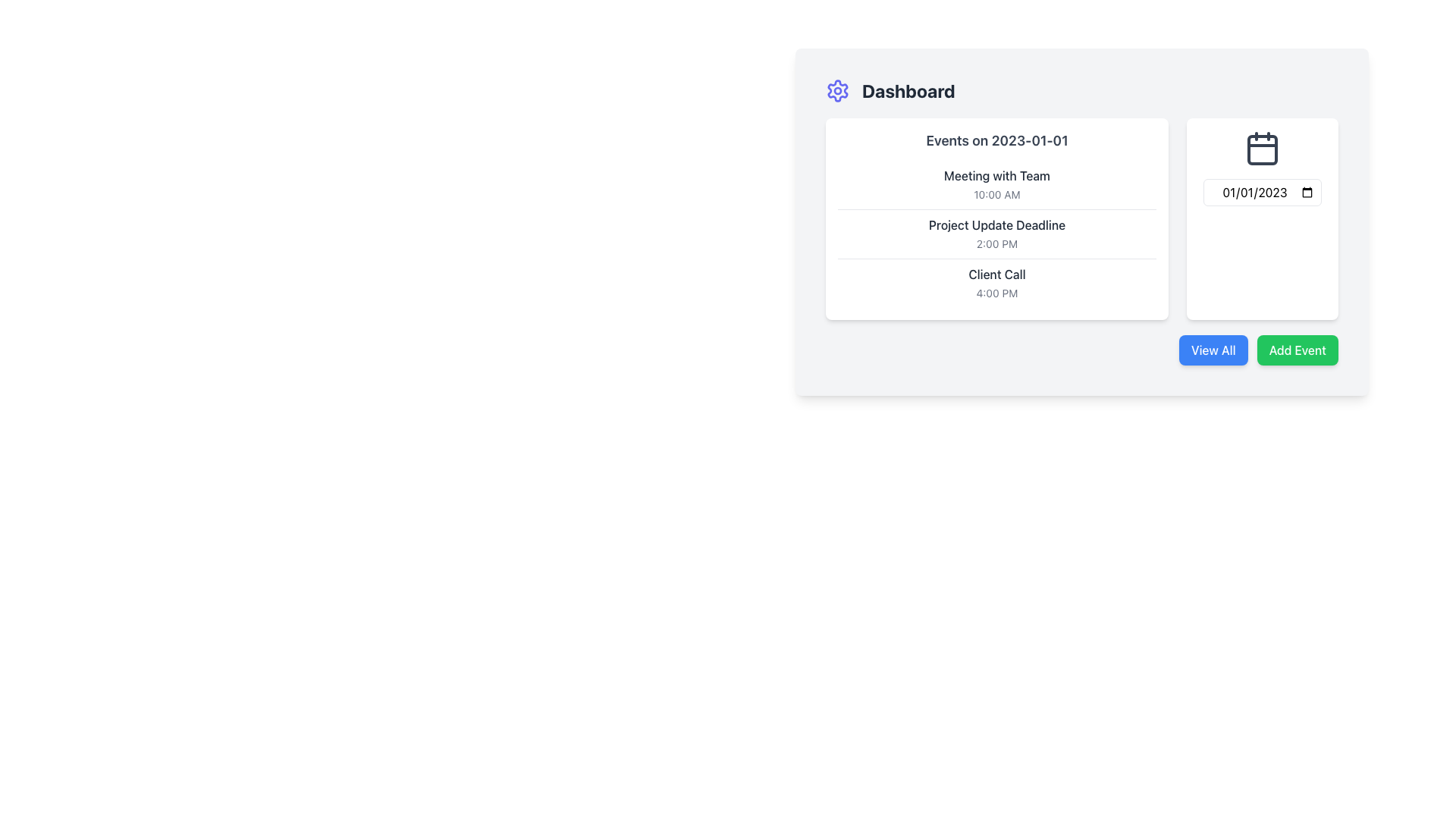  I want to click on the text label displaying 'Project Update Deadline' in dark gray, bold font, which is situated in the central calendar of the dashboard, so click(997, 225).